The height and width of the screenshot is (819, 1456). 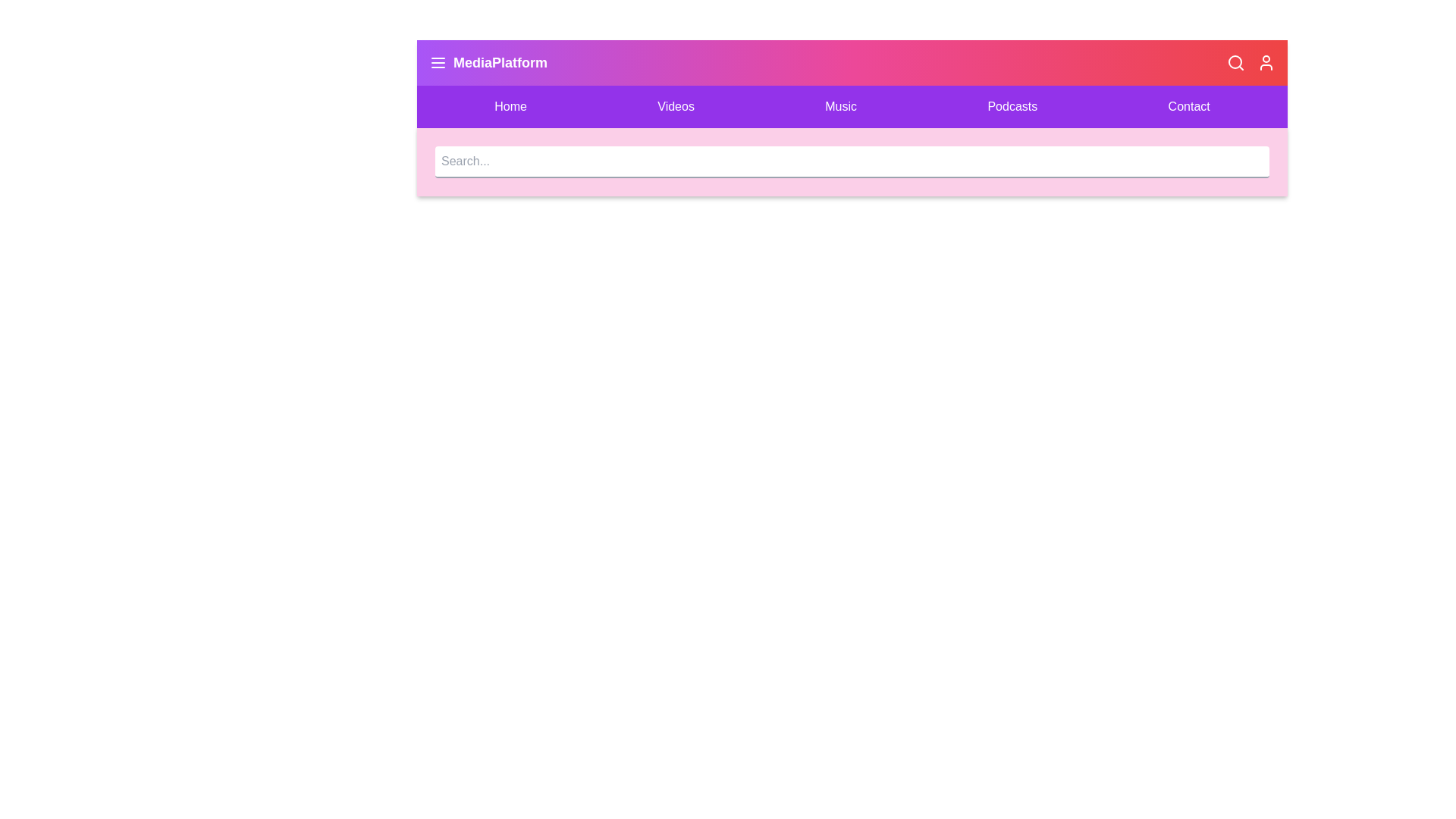 I want to click on the Contact menu item to navigate to the corresponding section, so click(x=1188, y=106).